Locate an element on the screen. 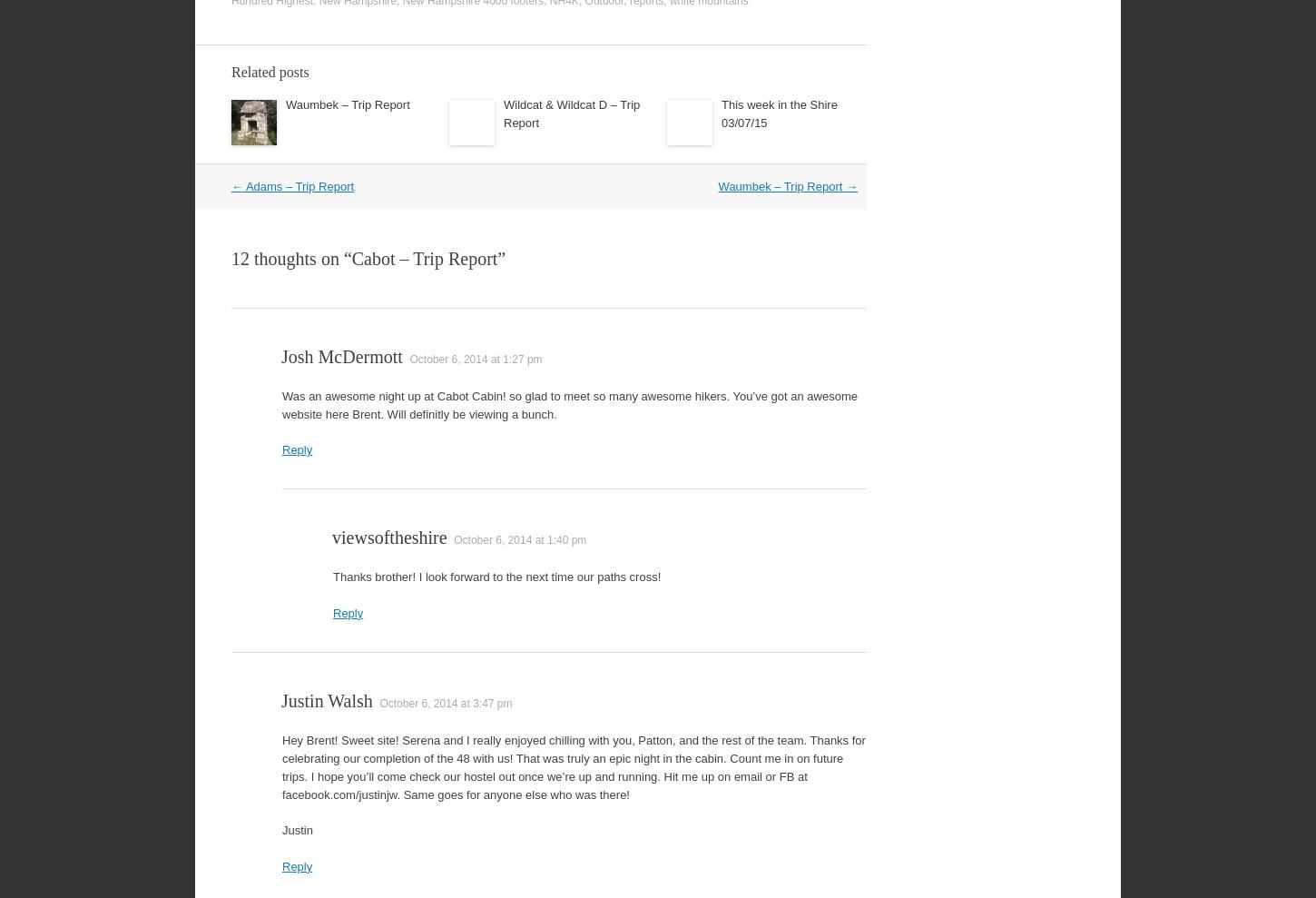  'Wildcat & Wildcat D – Trip Report' is located at coordinates (504, 112).